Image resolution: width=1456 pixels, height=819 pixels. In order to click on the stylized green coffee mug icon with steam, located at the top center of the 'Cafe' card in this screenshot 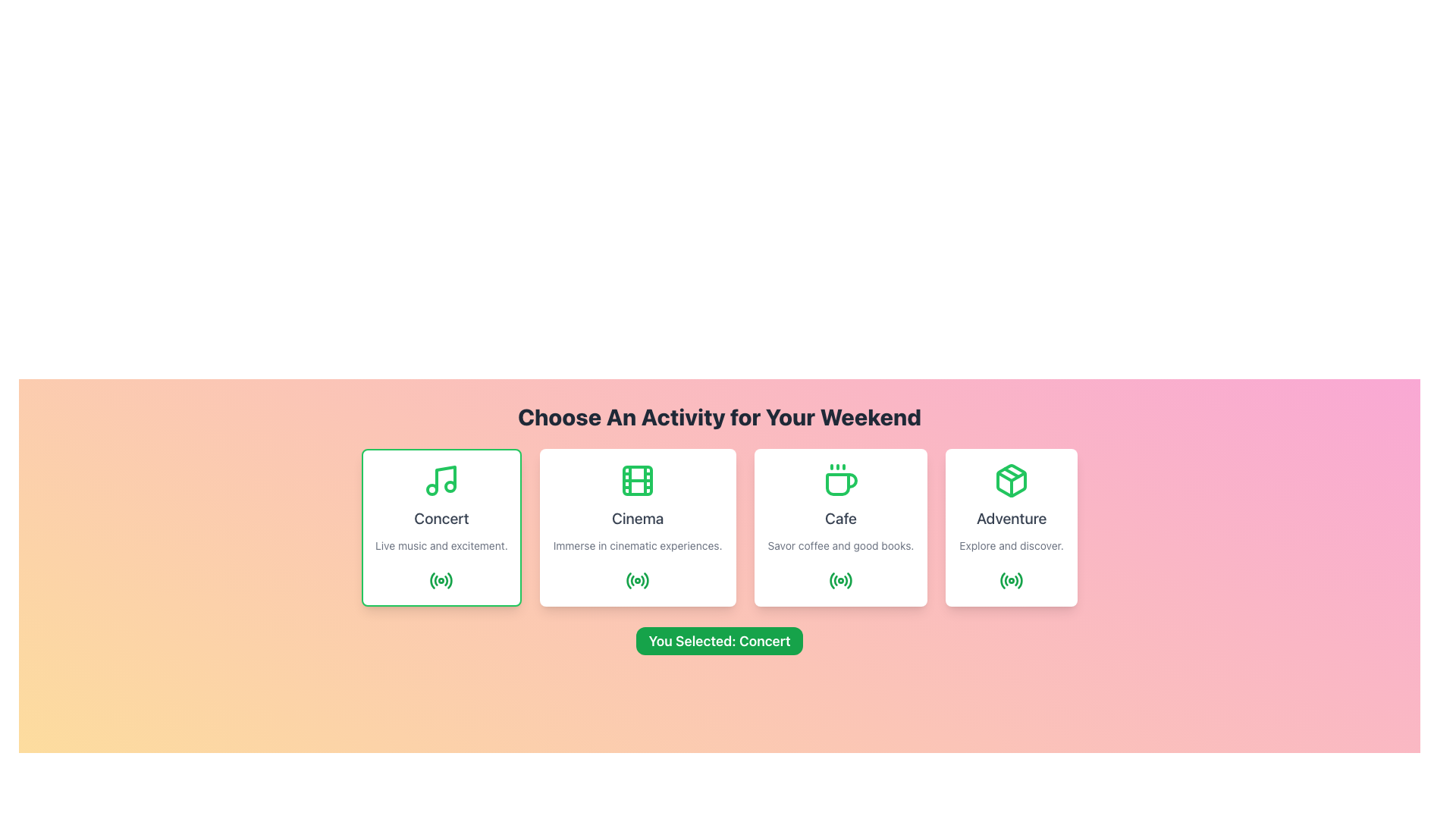, I will do `click(839, 480)`.